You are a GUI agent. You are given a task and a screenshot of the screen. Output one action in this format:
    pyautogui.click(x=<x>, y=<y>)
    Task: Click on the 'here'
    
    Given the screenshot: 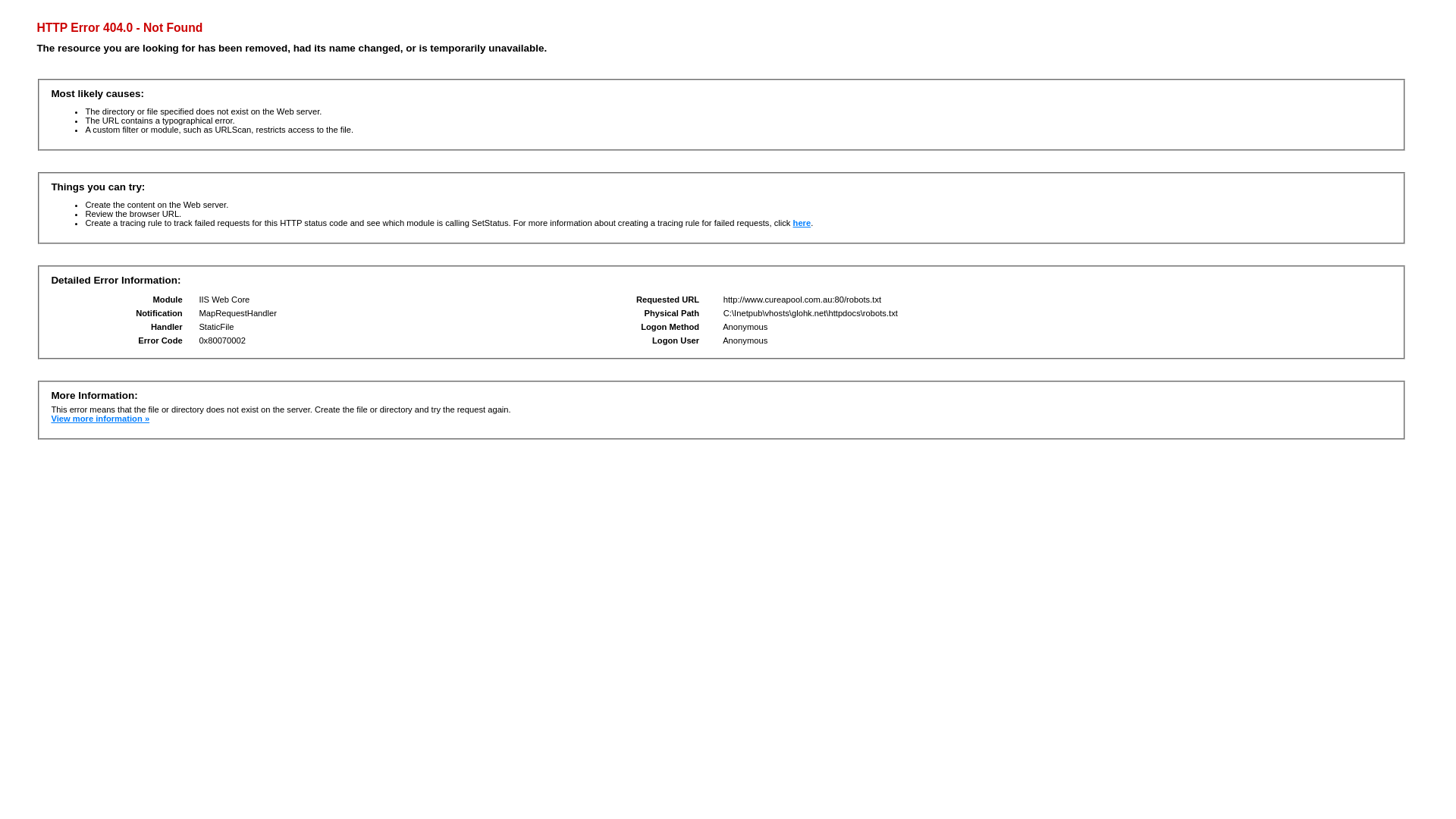 What is the action you would take?
    pyautogui.click(x=801, y=222)
    